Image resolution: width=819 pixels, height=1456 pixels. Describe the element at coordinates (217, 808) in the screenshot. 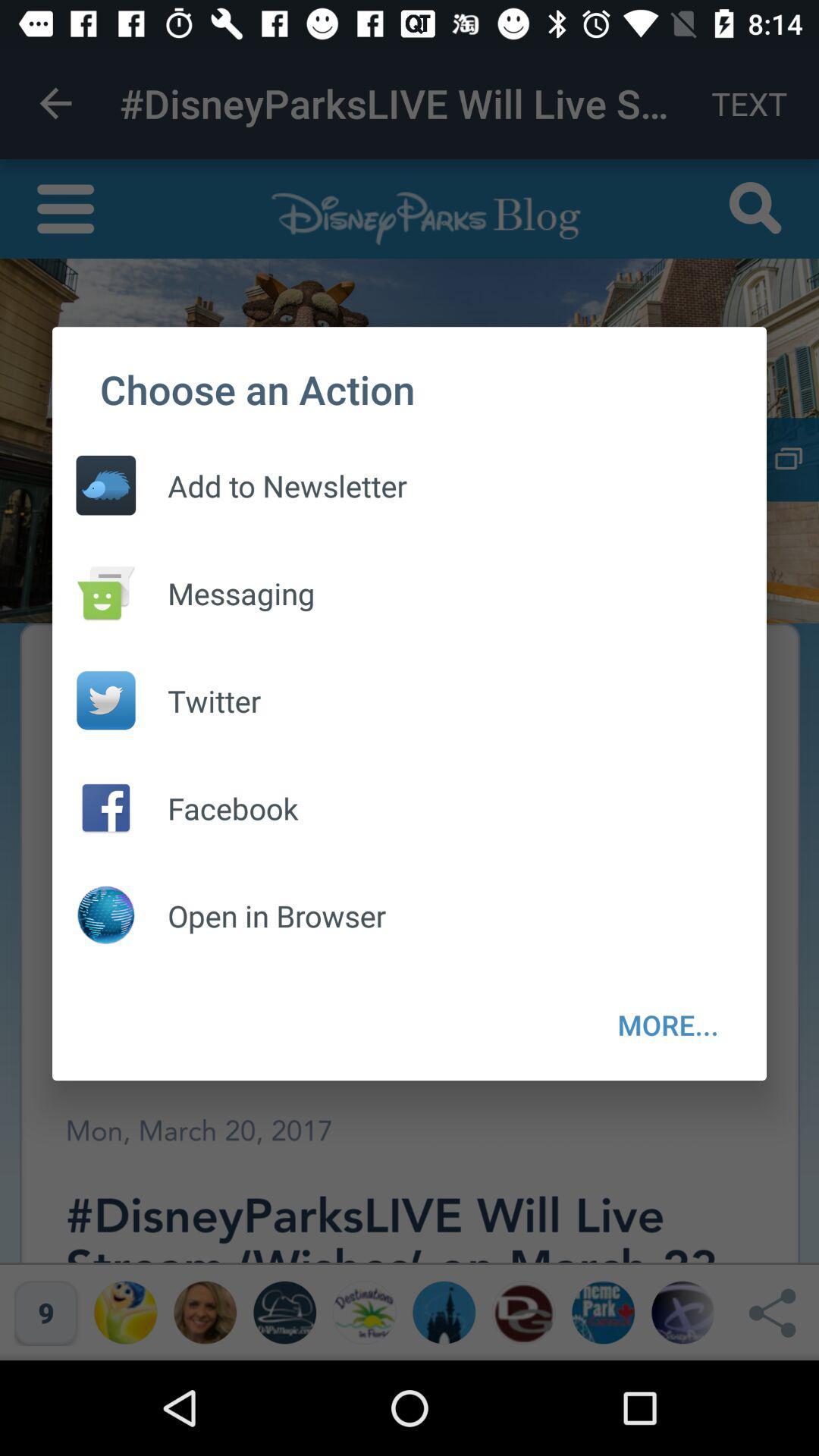

I see `facebook item` at that location.